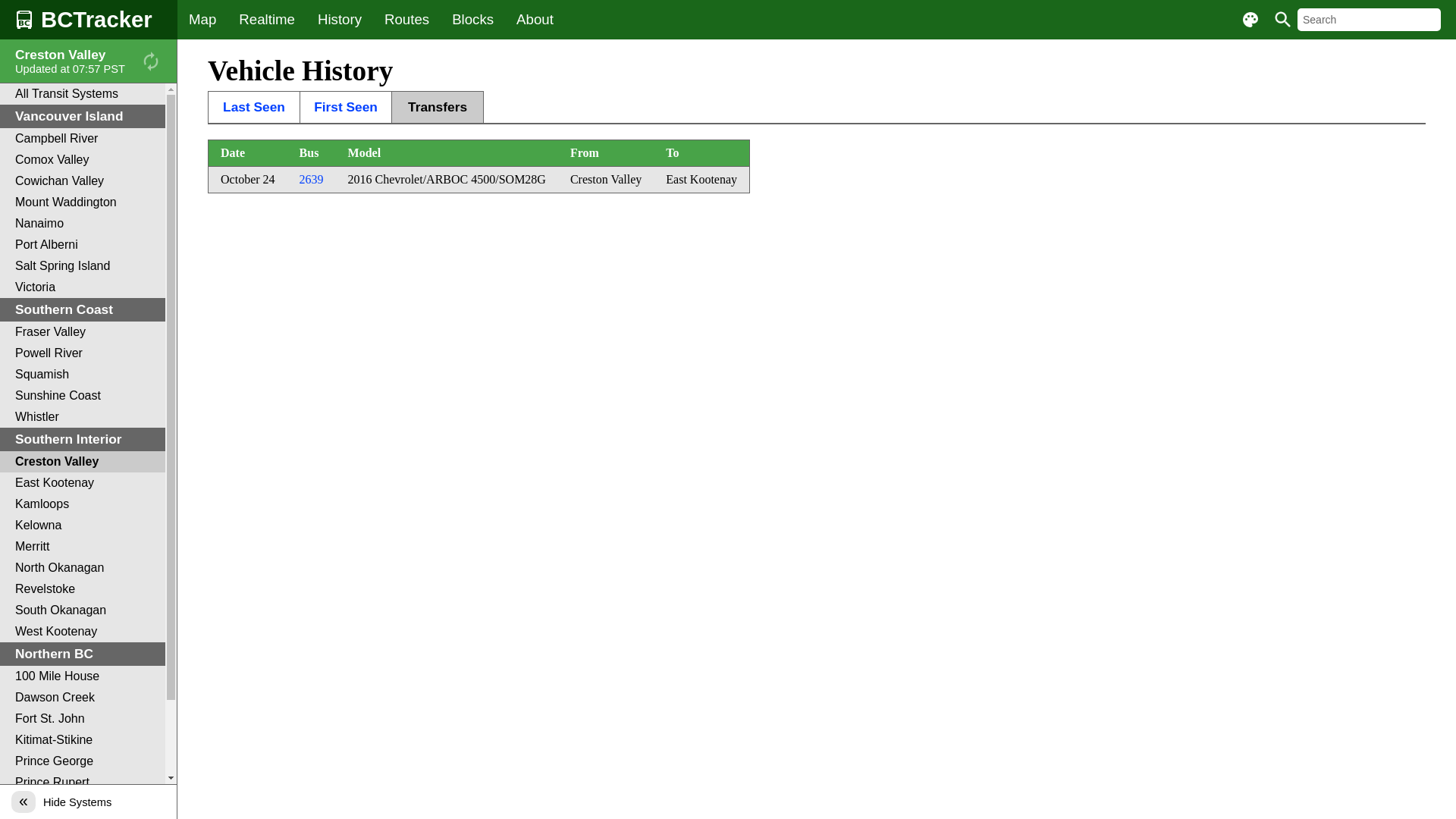  What do you see at coordinates (82, 588) in the screenshot?
I see `'Revelstoke'` at bounding box center [82, 588].